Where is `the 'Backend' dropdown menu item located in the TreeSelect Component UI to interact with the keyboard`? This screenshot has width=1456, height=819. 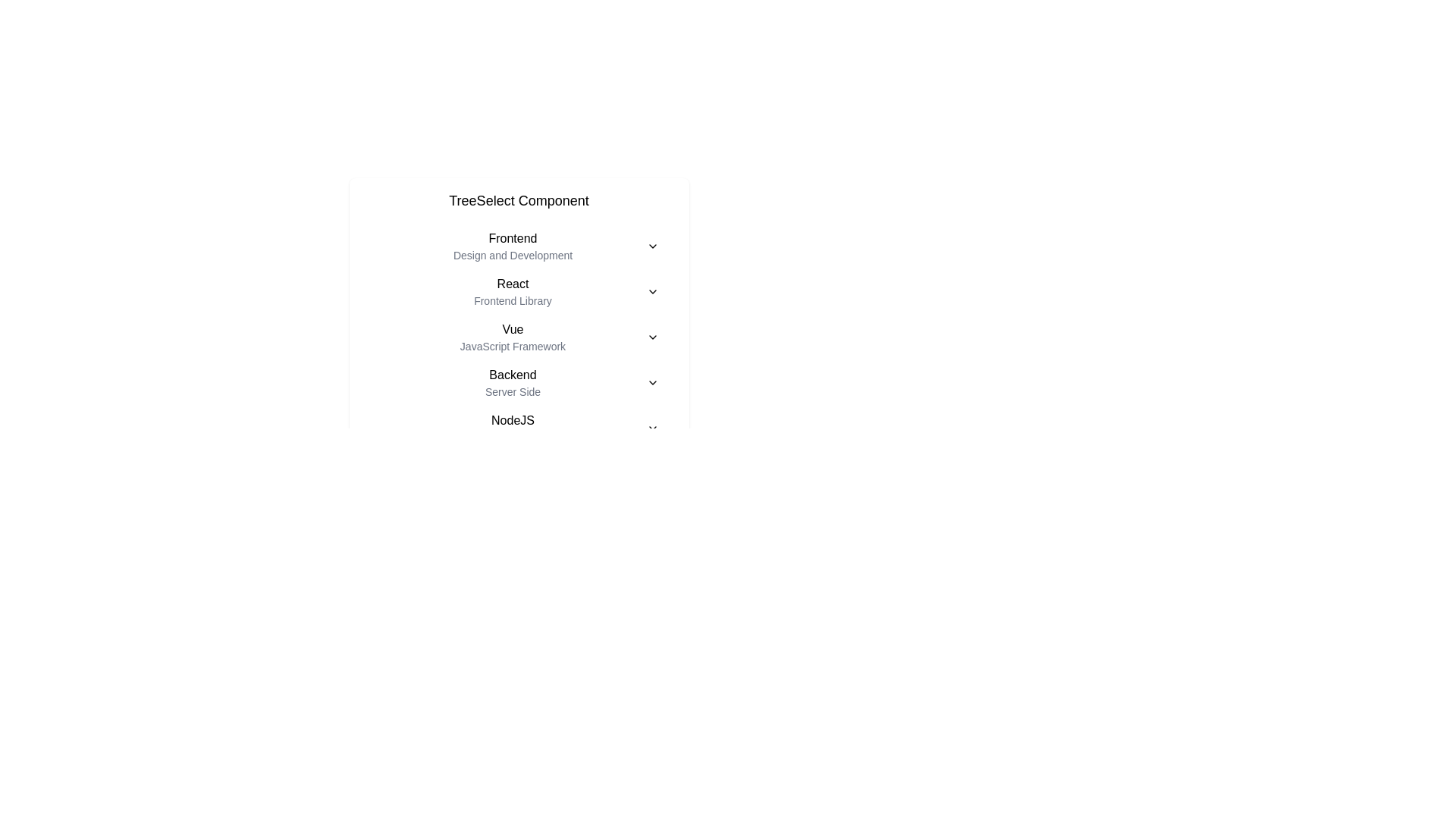
the 'Backend' dropdown menu item located in the TreeSelect Component UI to interact with the keyboard is located at coordinates (519, 382).